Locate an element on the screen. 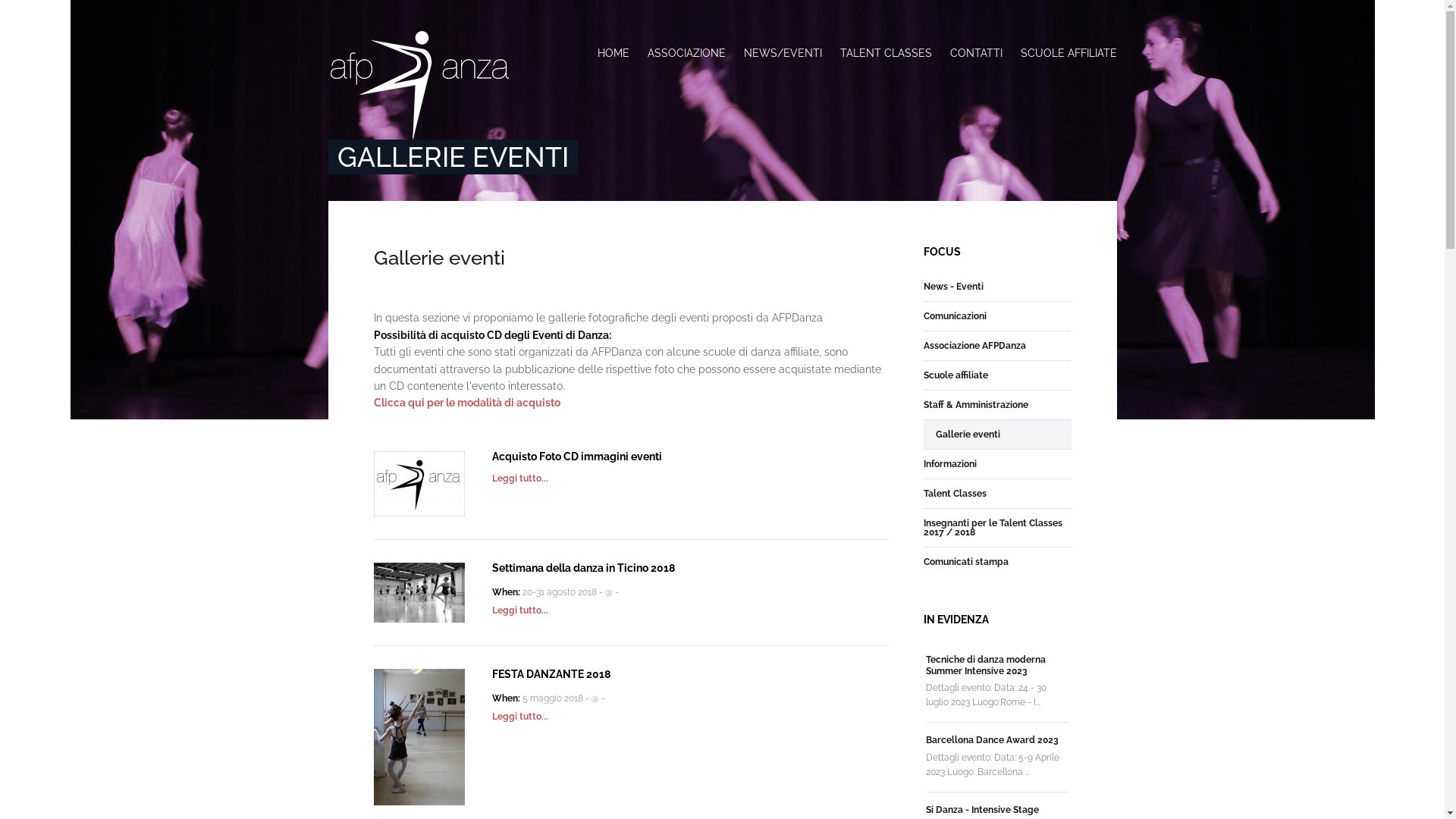 The image size is (1456, 819). 'Informazioni' is located at coordinates (923, 463).